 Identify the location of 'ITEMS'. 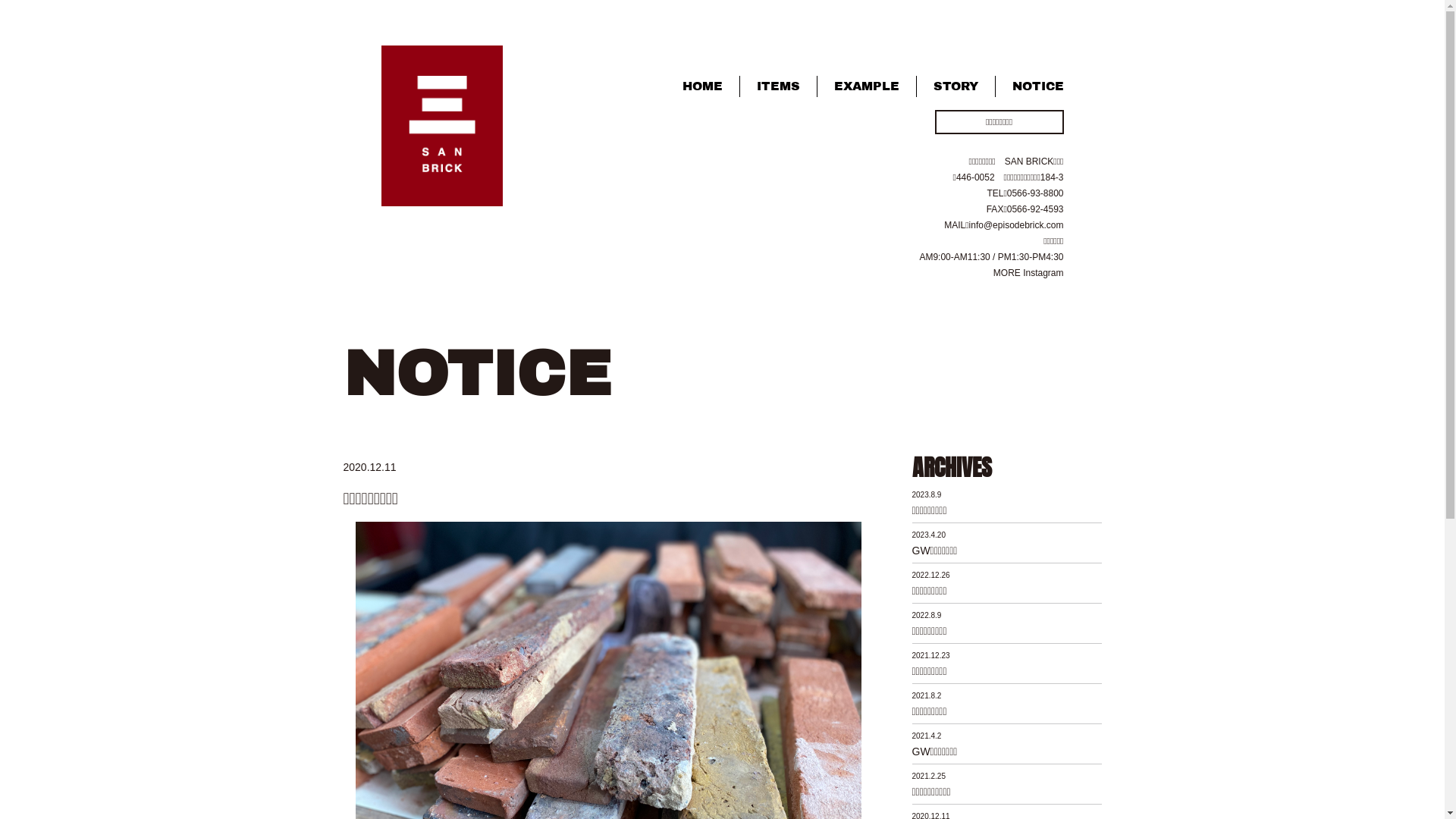
(778, 86).